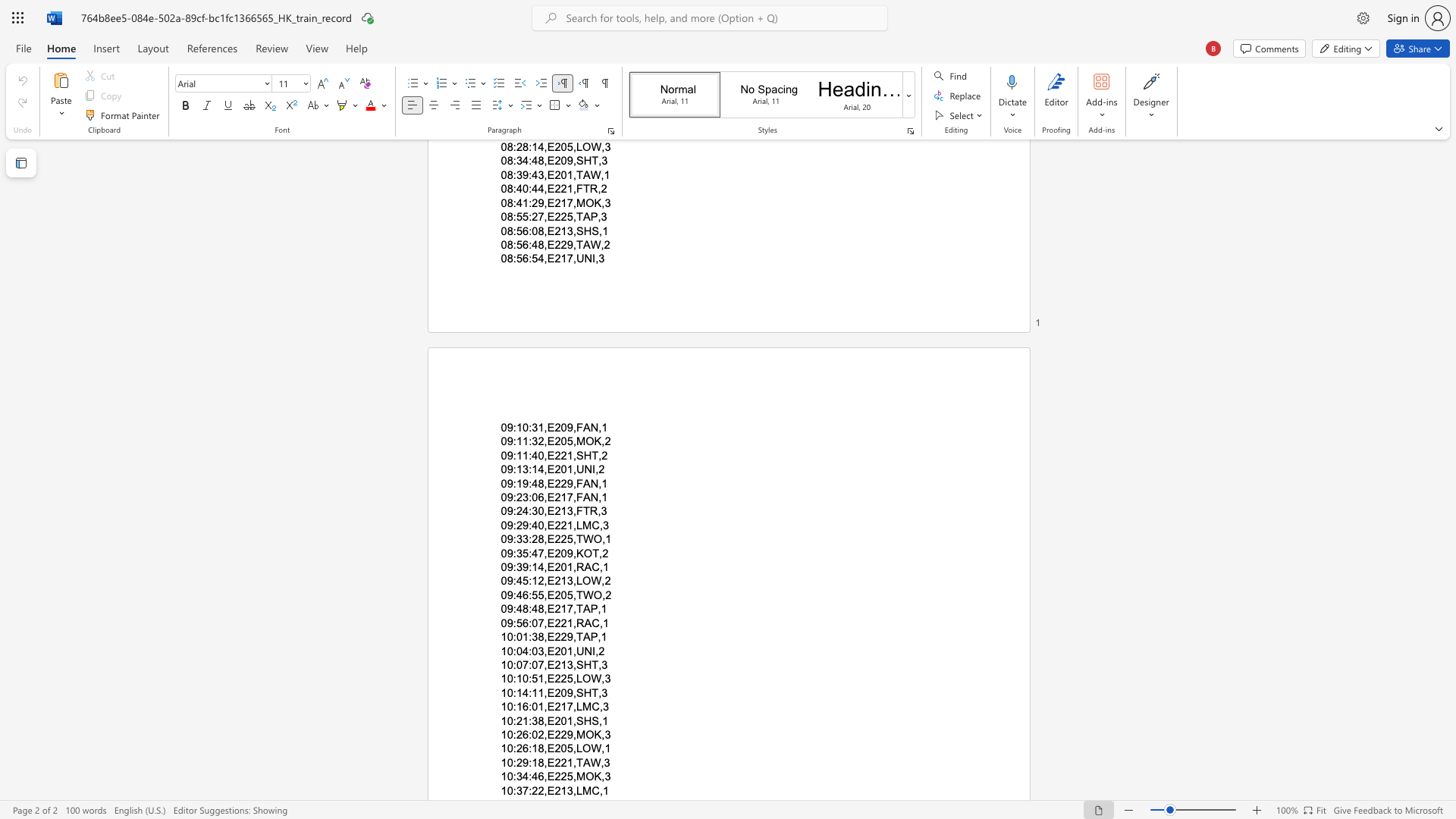 The height and width of the screenshot is (819, 1456). Describe the element at coordinates (590, 524) in the screenshot. I see `the space between the continuous character "M" and "C" in the text` at that location.